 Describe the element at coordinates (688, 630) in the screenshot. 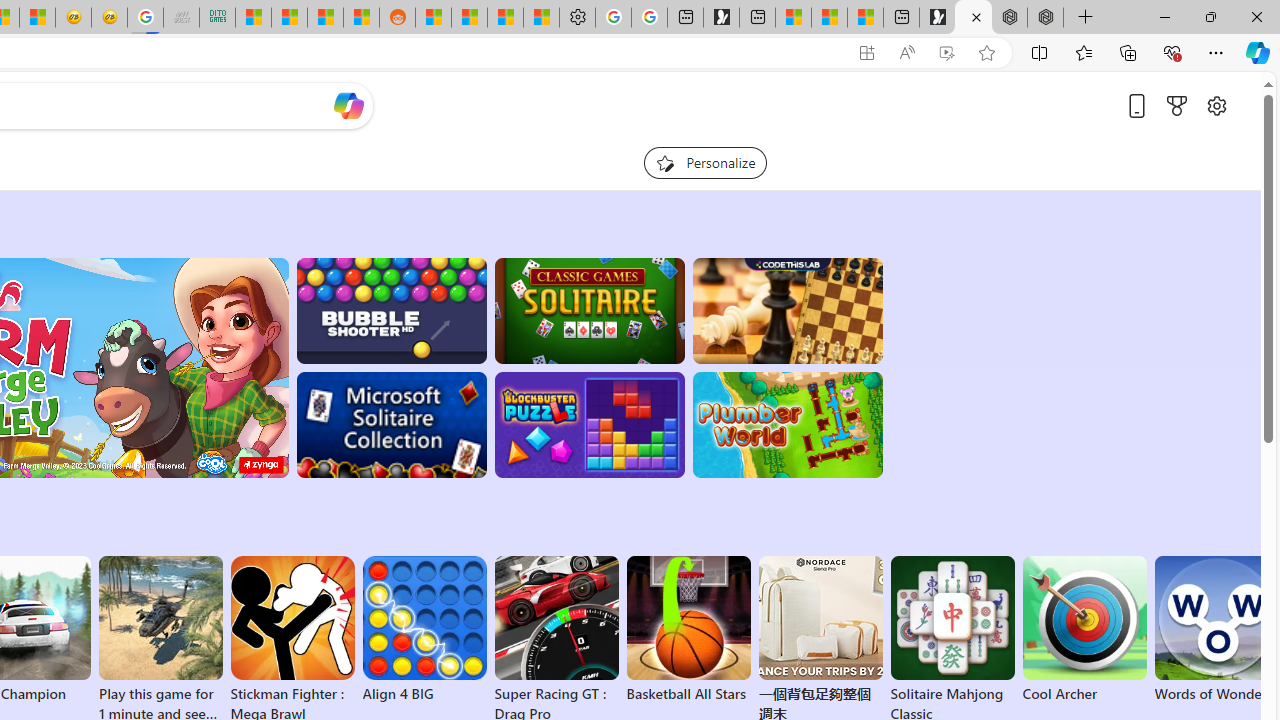

I see `'Basketball All Stars'` at that location.